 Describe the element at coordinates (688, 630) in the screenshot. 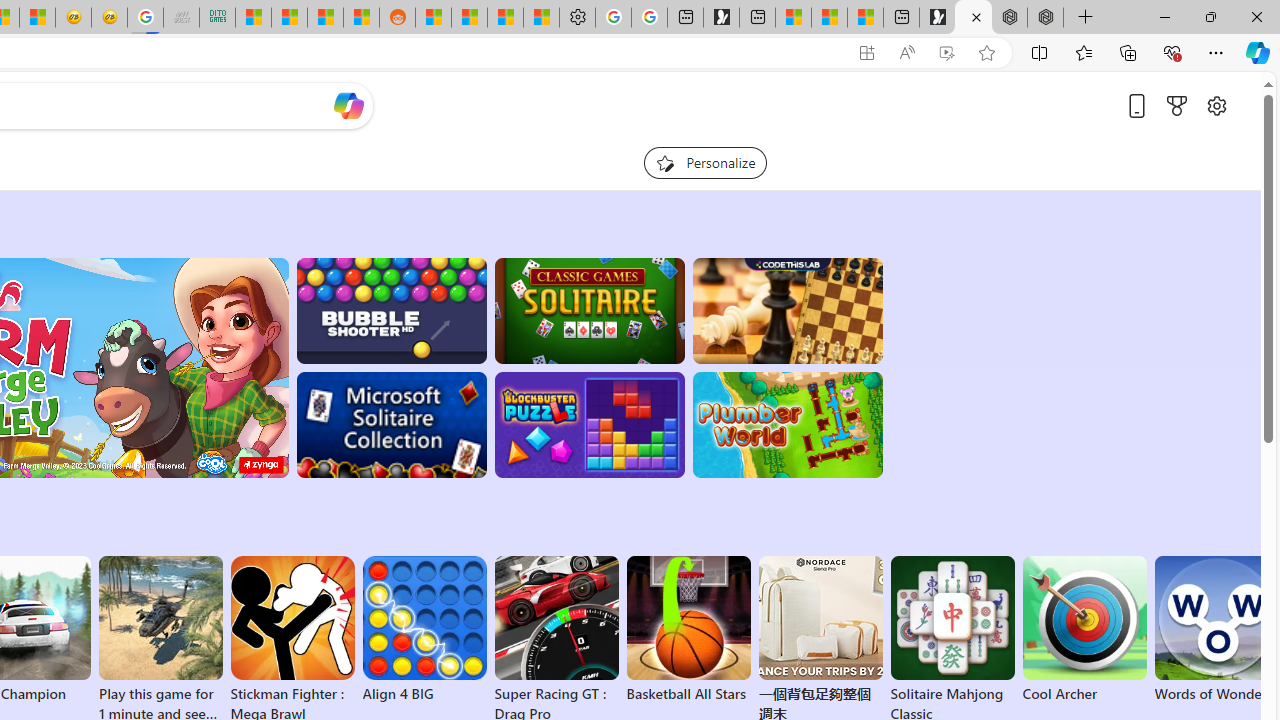

I see `'Basketball All Stars'` at that location.